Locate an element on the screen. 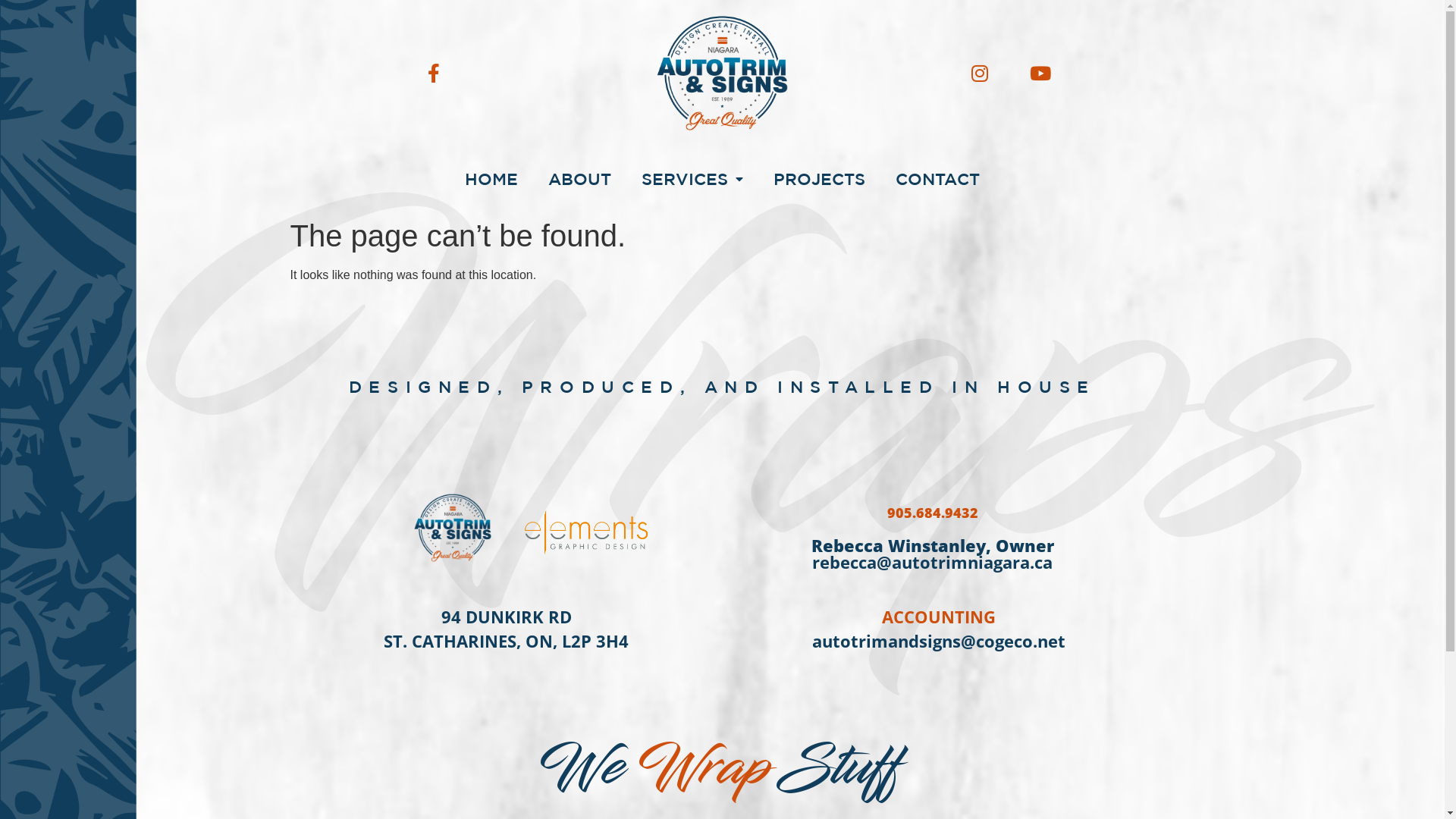 This screenshot has height=819, width=1456. 'ST. CATHARINES, ON, L2P 3H4' is located at coordinates (506, 640).